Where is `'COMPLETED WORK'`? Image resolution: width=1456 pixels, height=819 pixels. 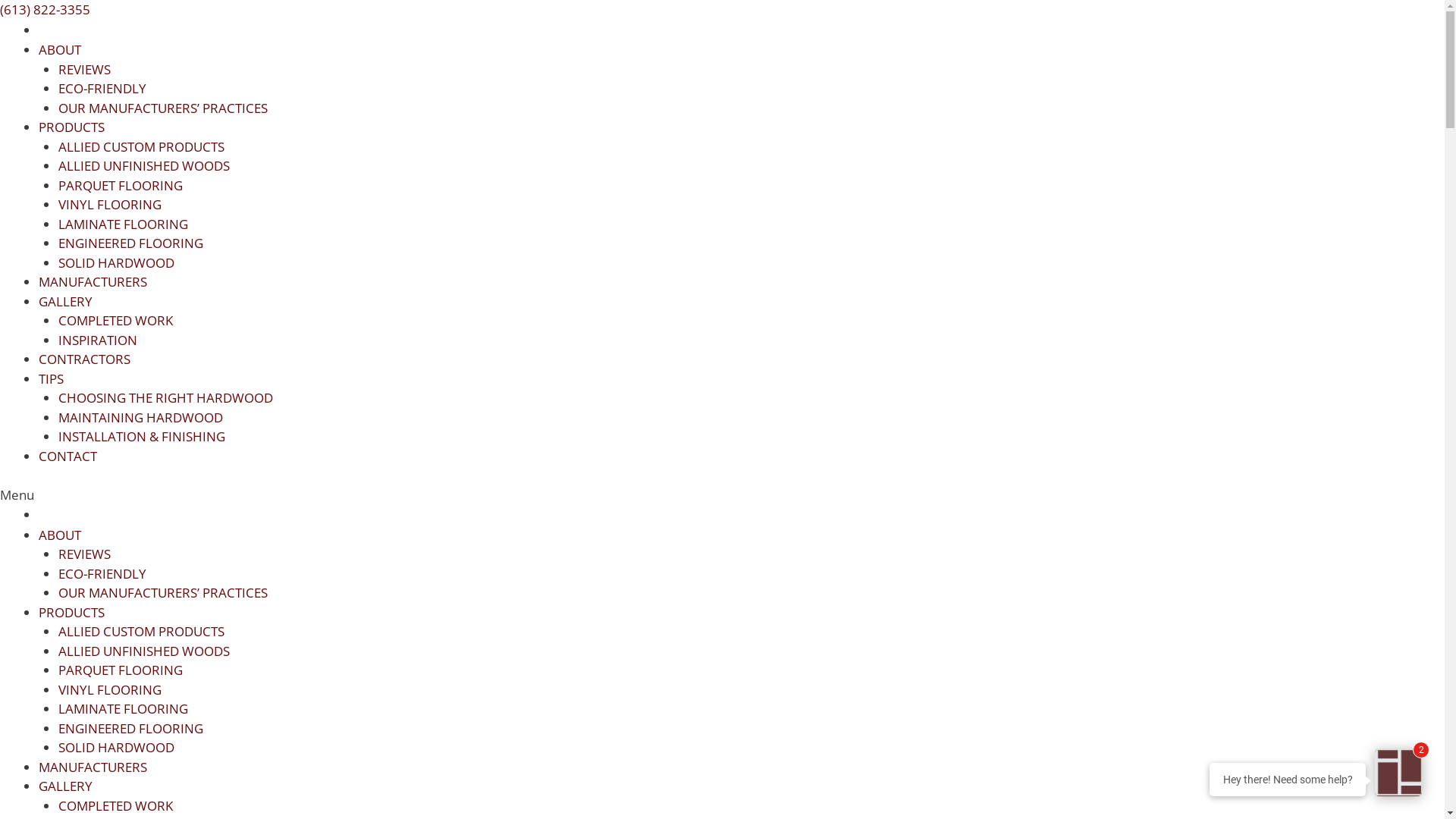 'COMPLETED WORK' is located at coordinates (114, 319).